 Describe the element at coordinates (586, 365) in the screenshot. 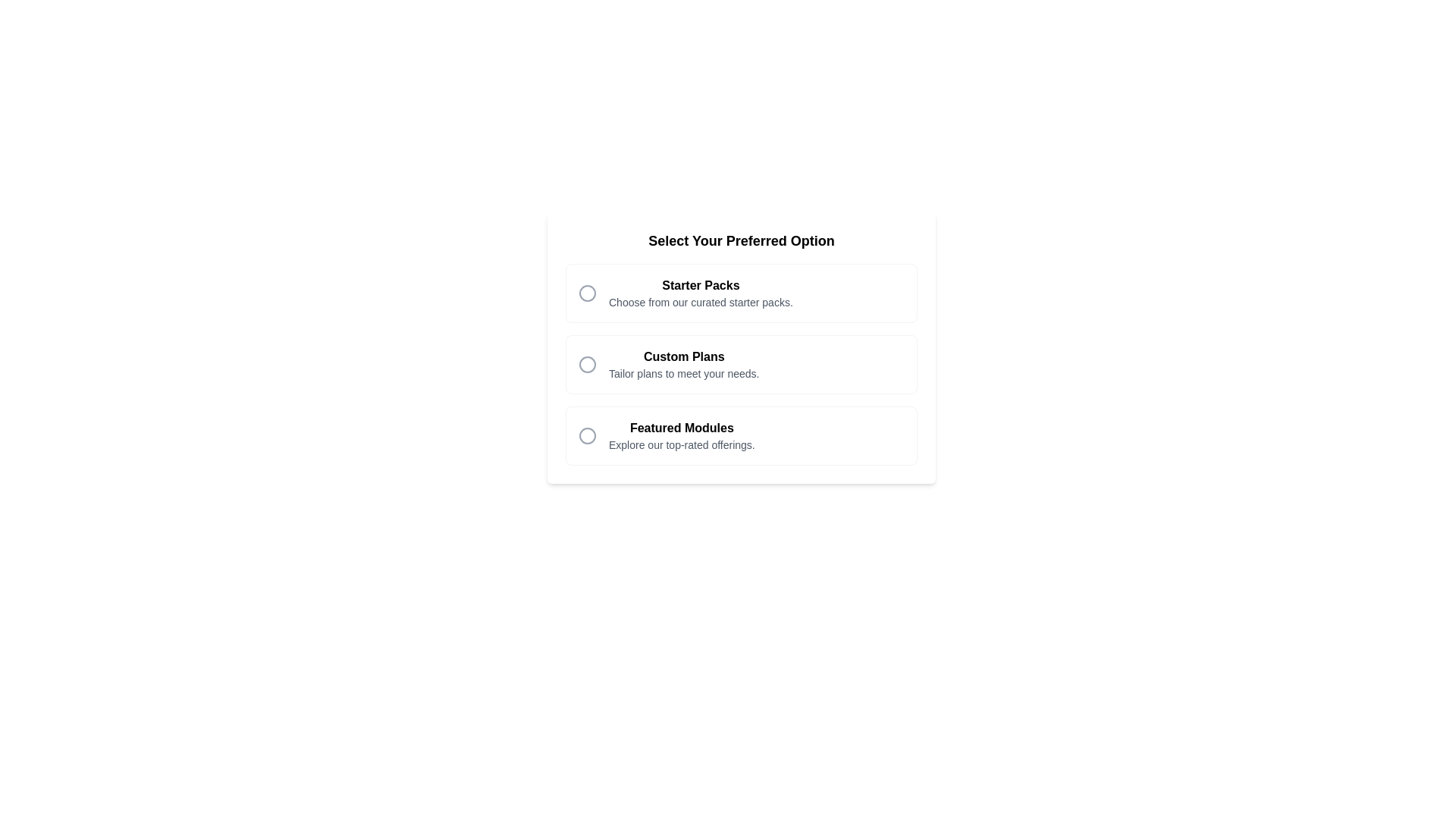

I see `the circular graphical indicator located in the second option row next to the 'Custom Plans' label` at that location.